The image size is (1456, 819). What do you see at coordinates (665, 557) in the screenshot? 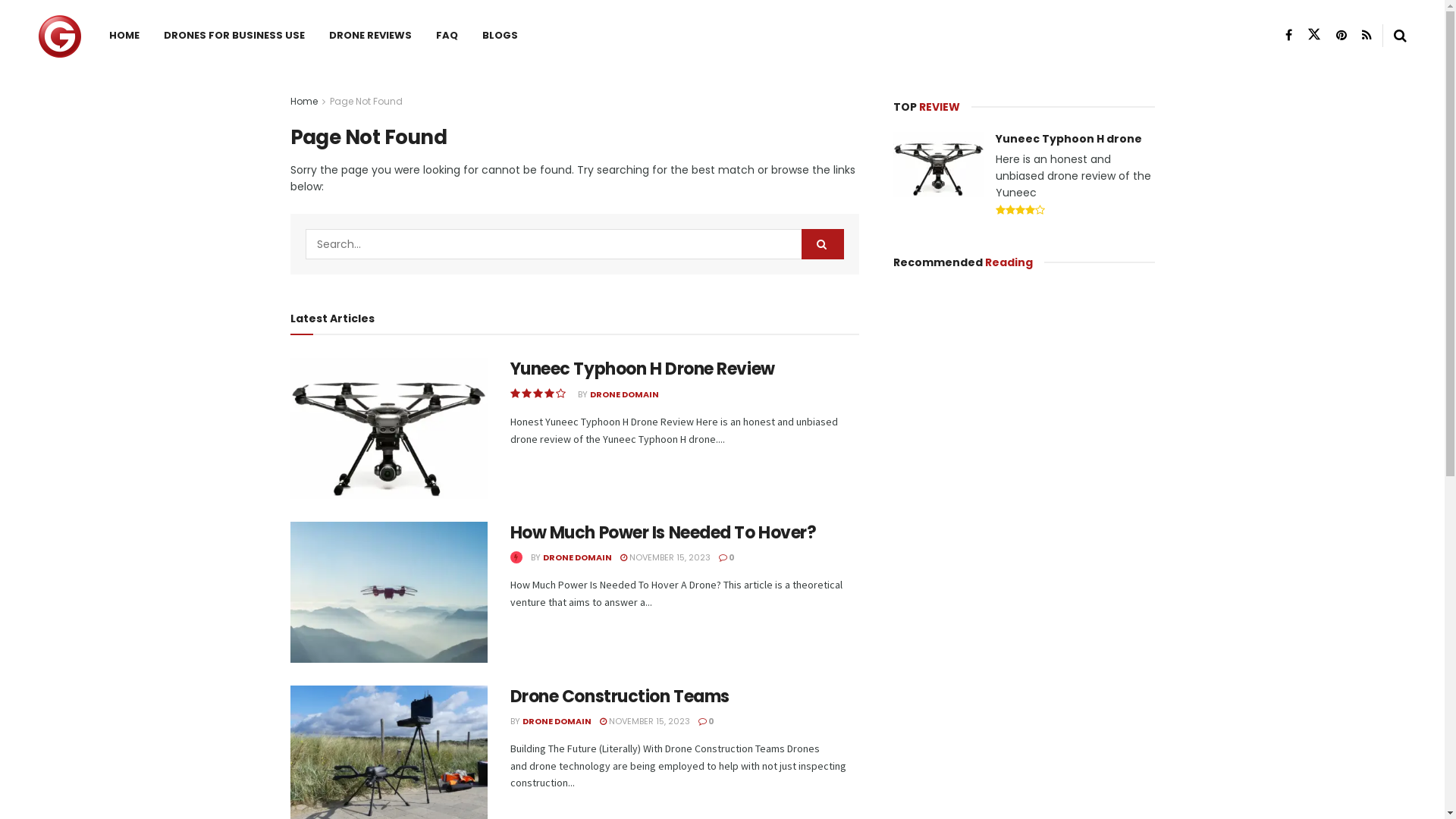
I see `'NOVEMBER 15, 2023'` at bounding box center [665, 557].